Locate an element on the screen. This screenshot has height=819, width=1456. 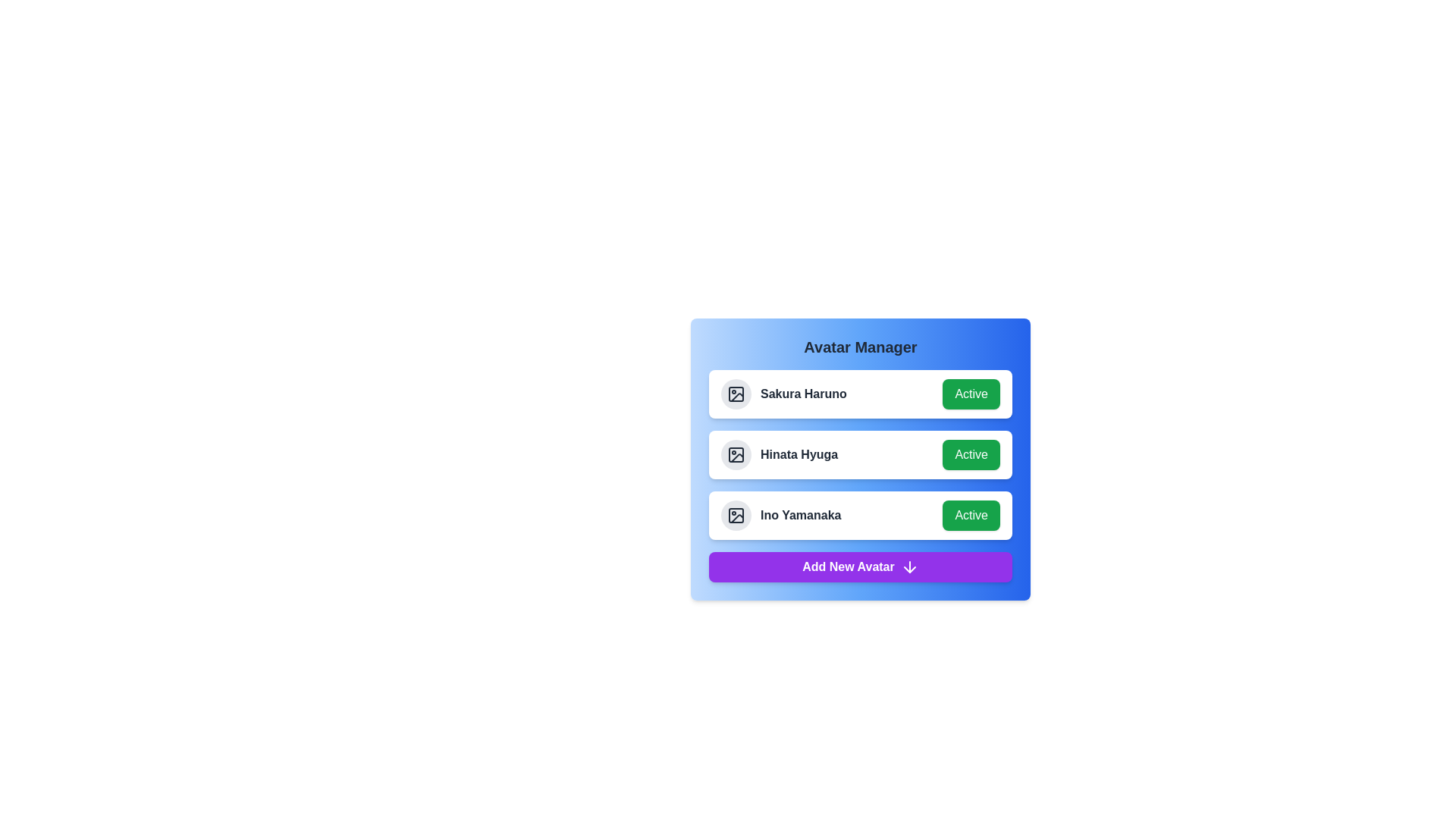
the text label displaying 'Hinata Hyuga', which is the second item in the user entry list, positioned between an avatar on the left and an 'Active' status button on the right is located at coordinates (799, 454).